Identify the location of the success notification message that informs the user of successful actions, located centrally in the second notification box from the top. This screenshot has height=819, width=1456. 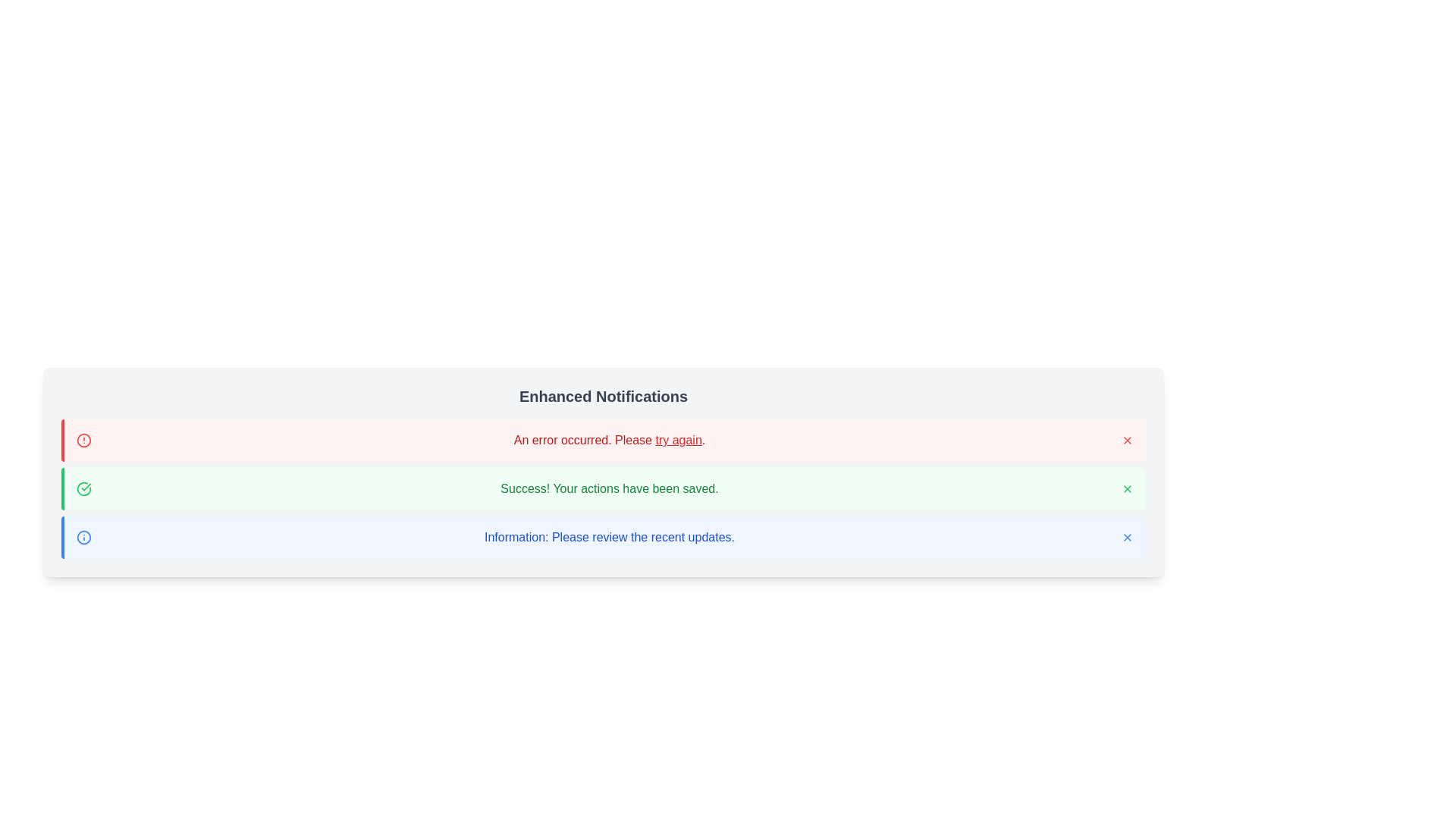
(610, 488).